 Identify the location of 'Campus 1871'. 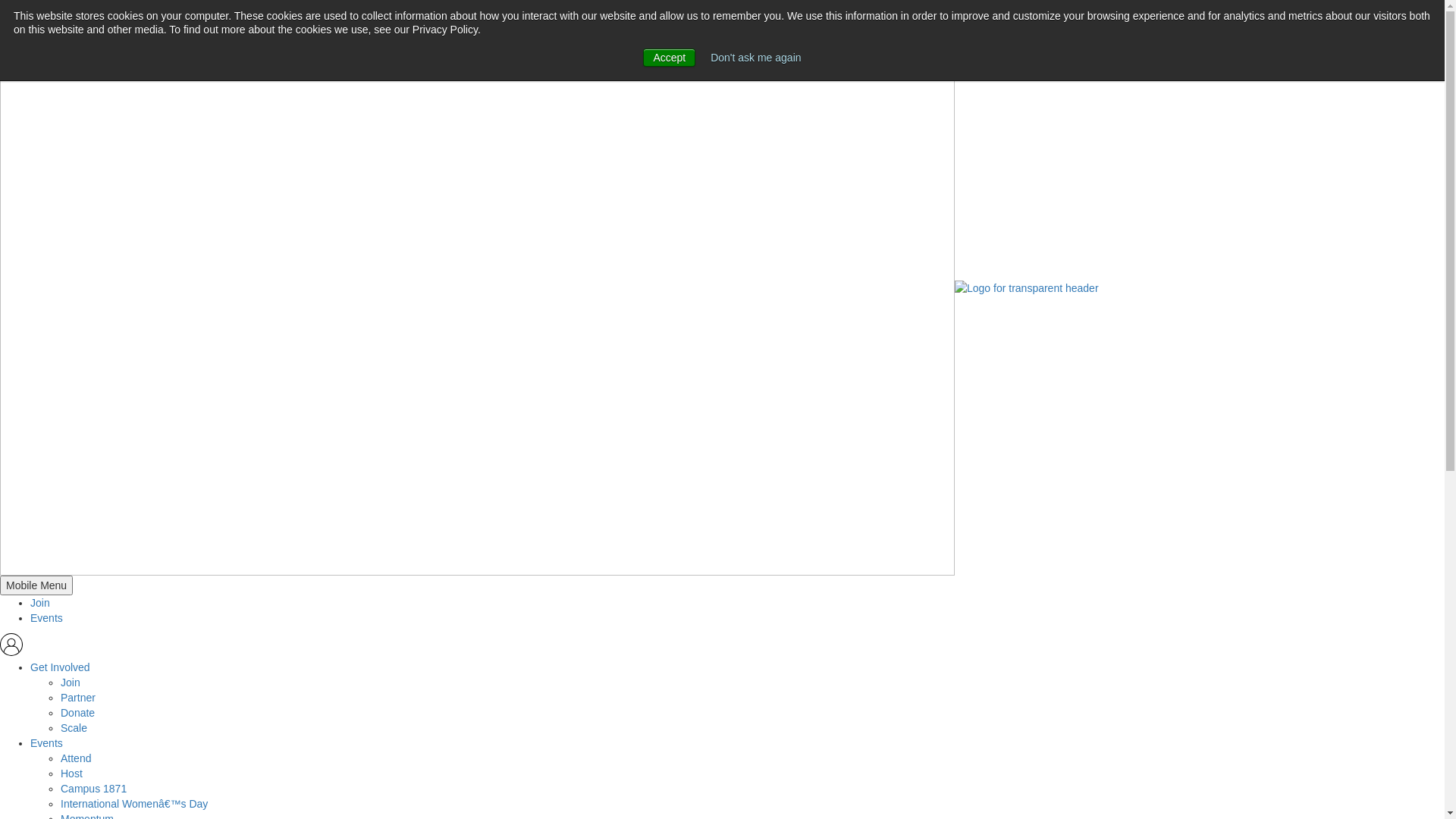
(93, 788).